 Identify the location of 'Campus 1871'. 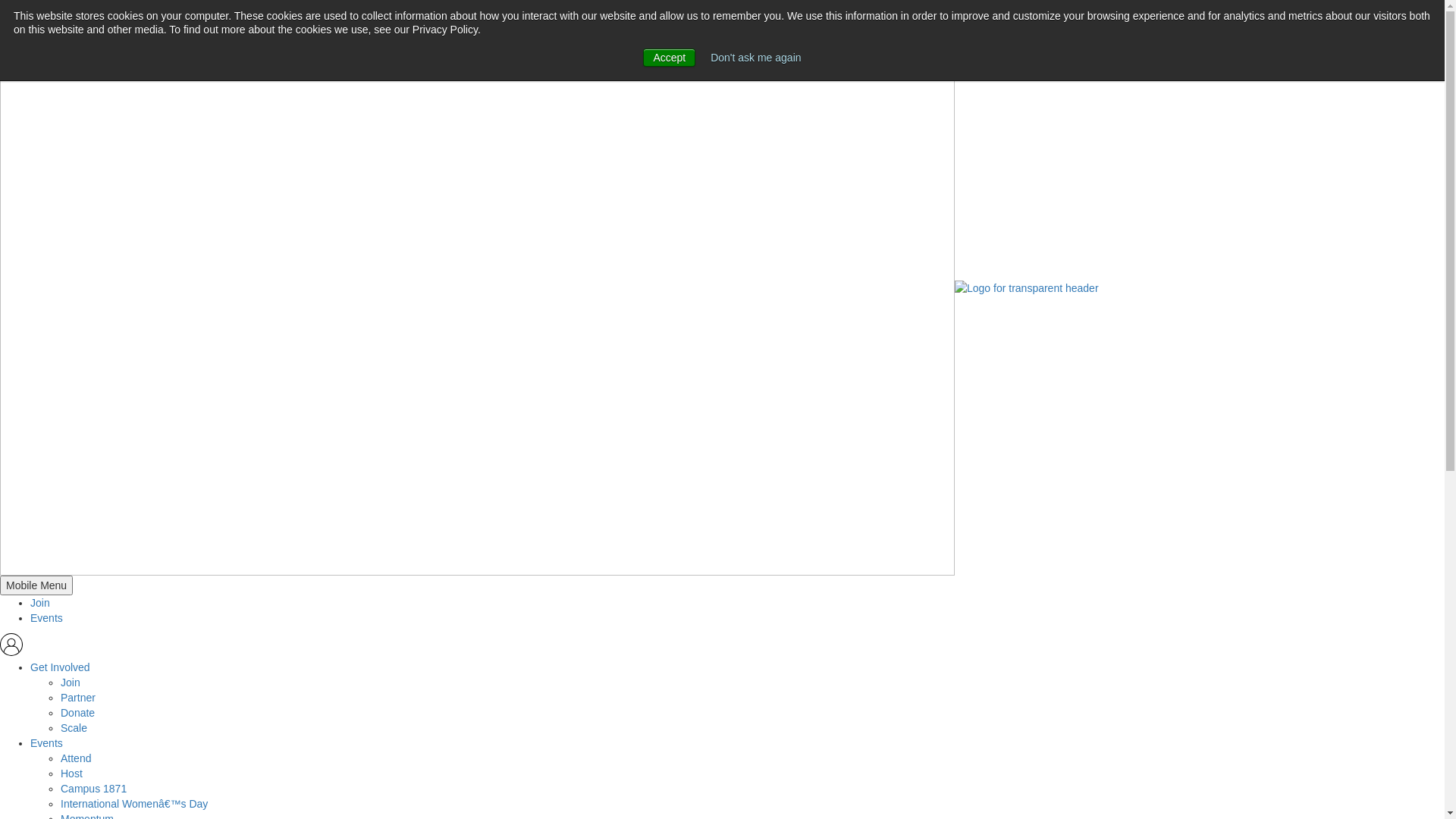
(93, 788).